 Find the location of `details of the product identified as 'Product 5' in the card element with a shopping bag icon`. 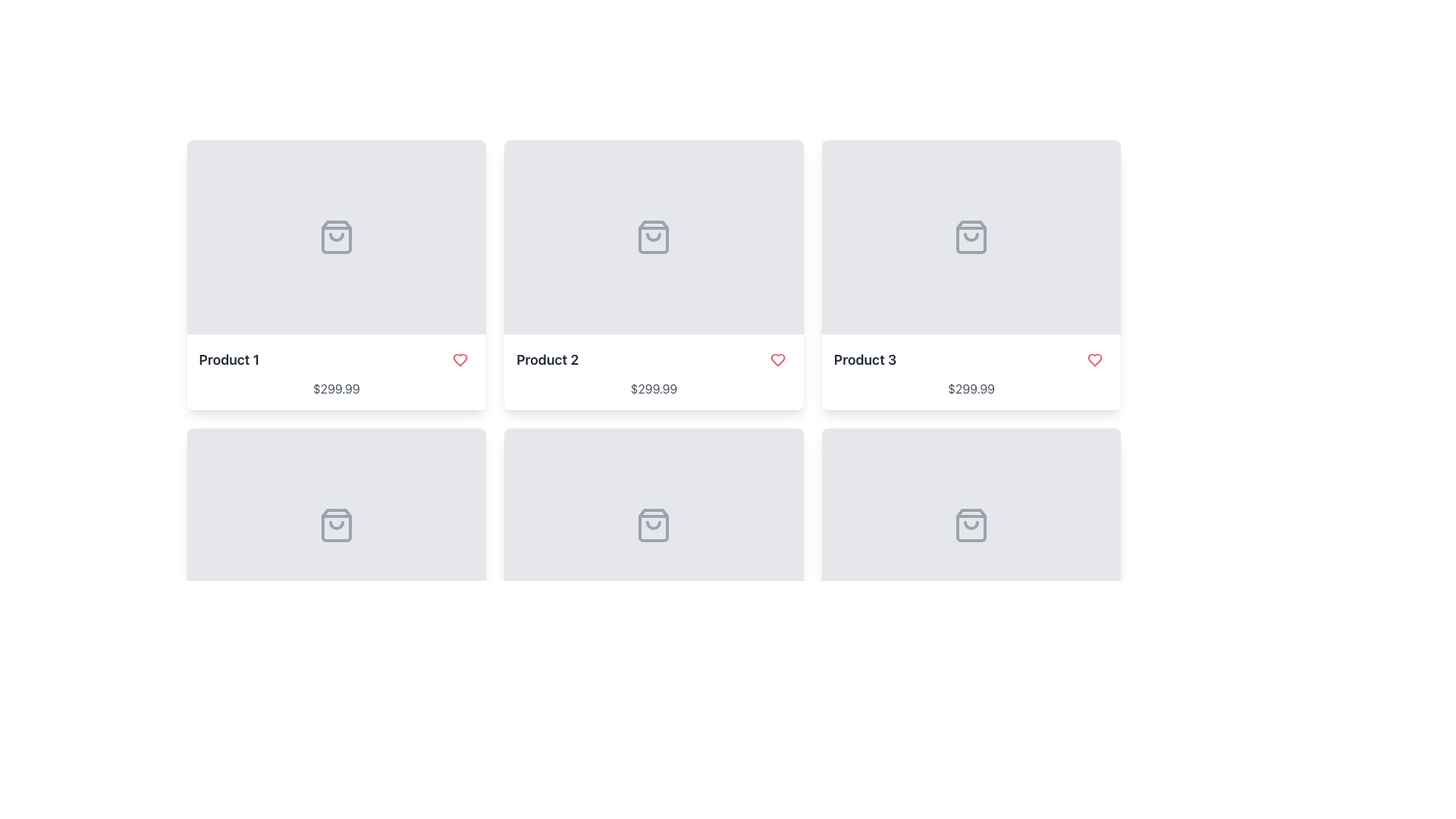

details of the product identified as 'Product 5' in the card element with a shopping bag icon is located at coordinates (654, 563).